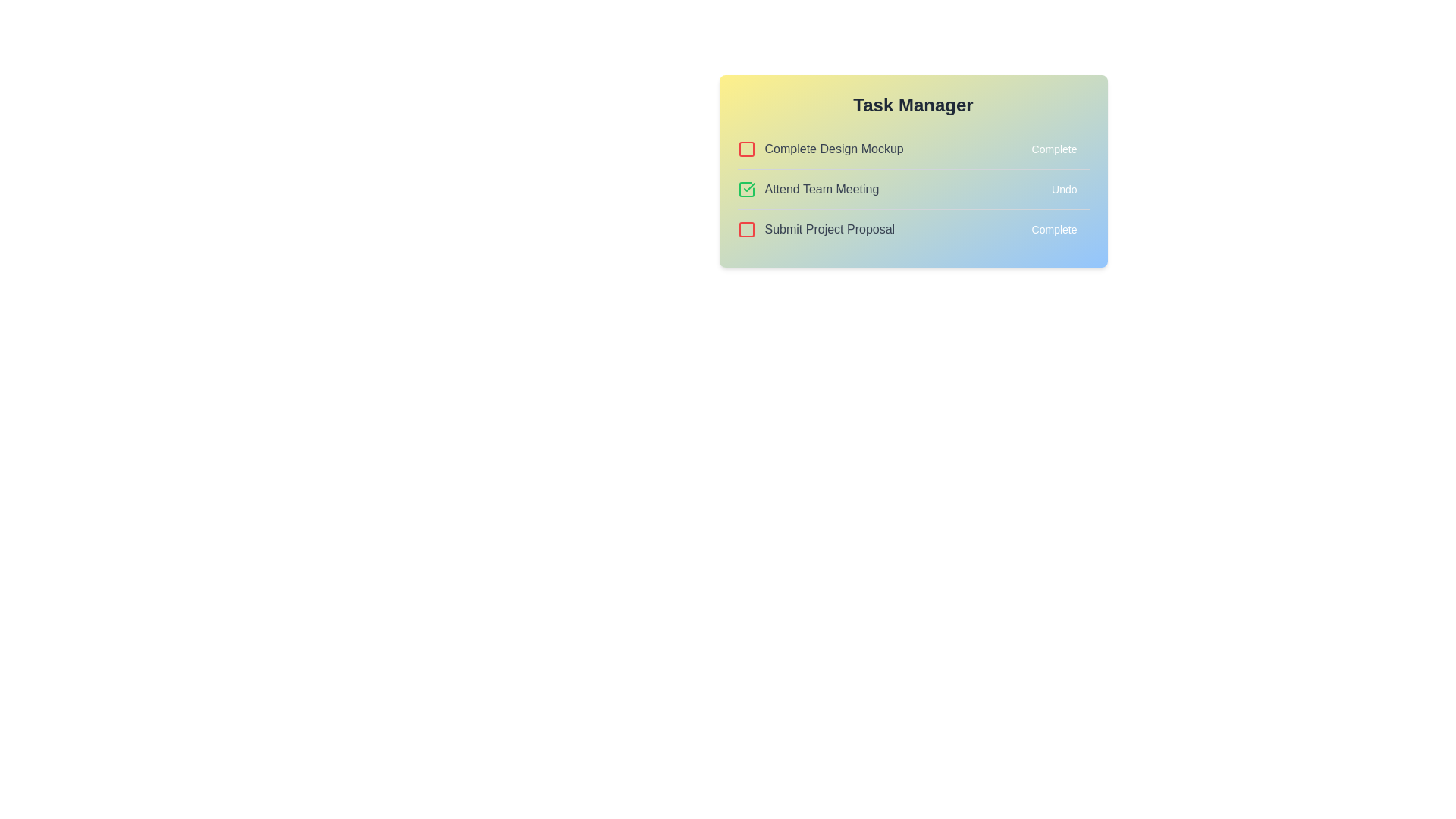 This screenshot has height=819, width=1456. What do you see at coordinates (1053, 149) in the screenshot?
I see `the Complete button for the task Complete Design Mockup to toggle its completion status` at bounding box center [1053, 149].